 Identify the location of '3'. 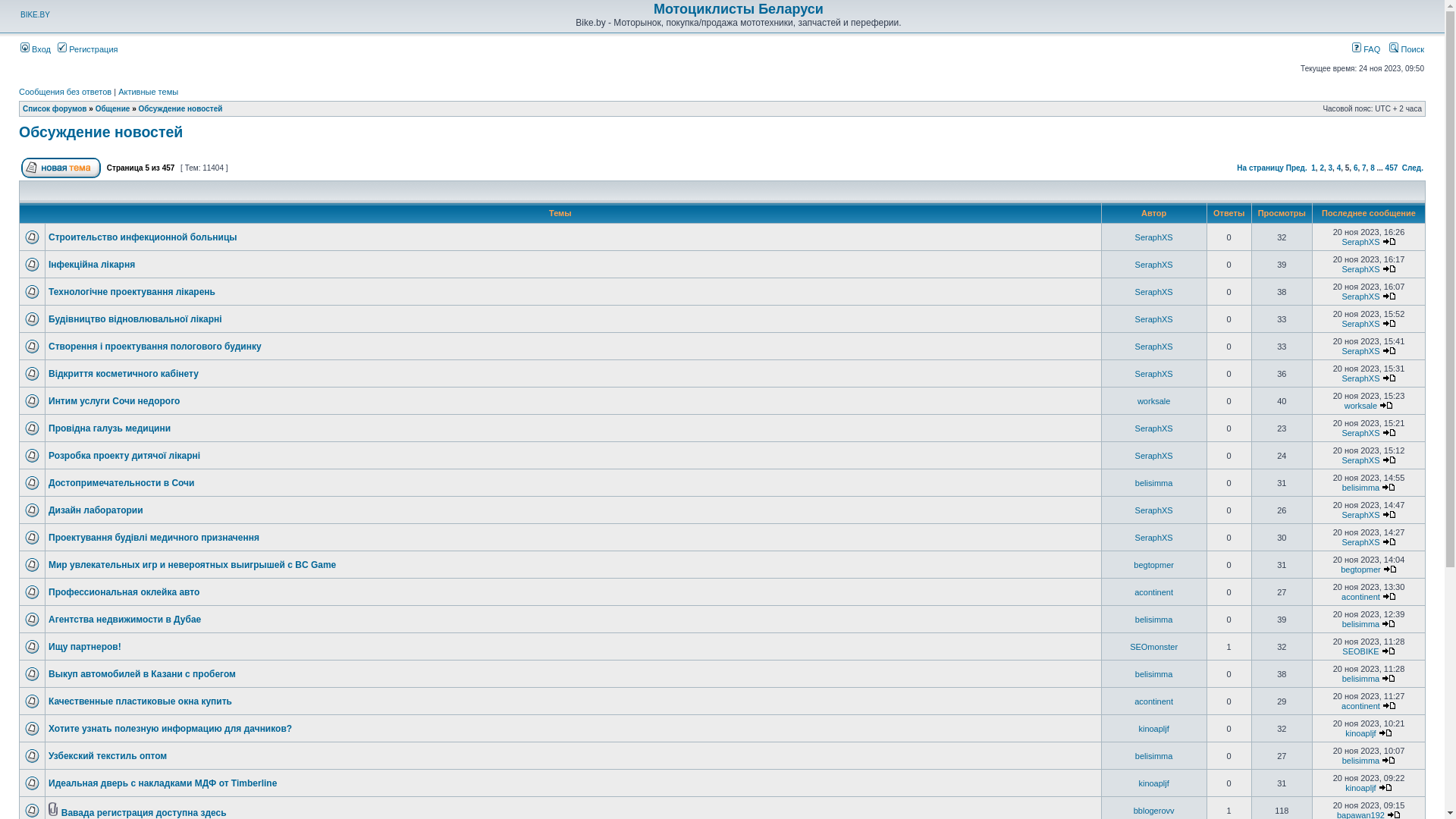
(1330, 168).